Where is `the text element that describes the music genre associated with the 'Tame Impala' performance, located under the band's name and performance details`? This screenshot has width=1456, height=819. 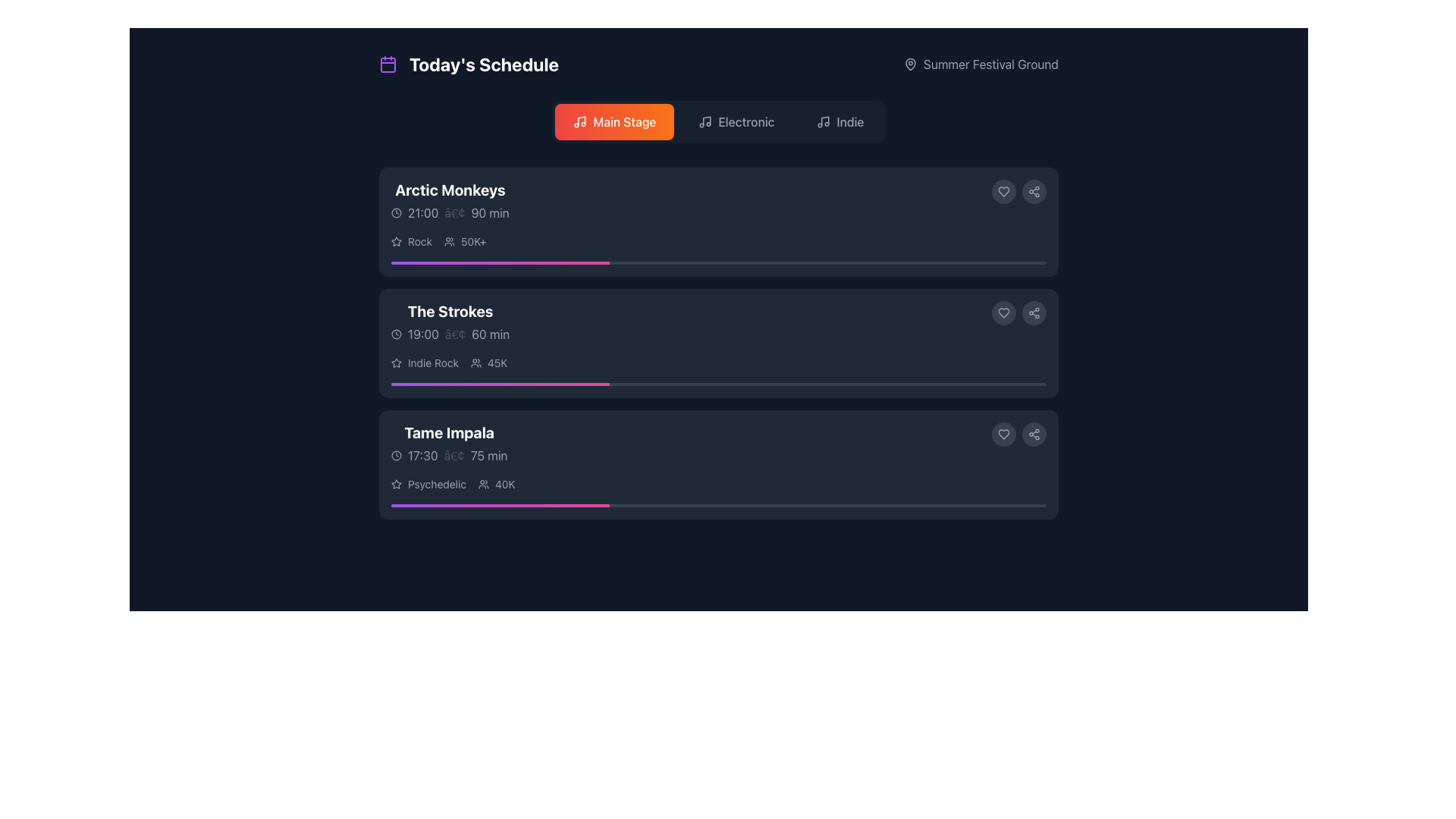
the text element that describes the music genre associated with the 'Tame Impala' performance, located under the band's name and performance details is located at coordinates (436, 485).